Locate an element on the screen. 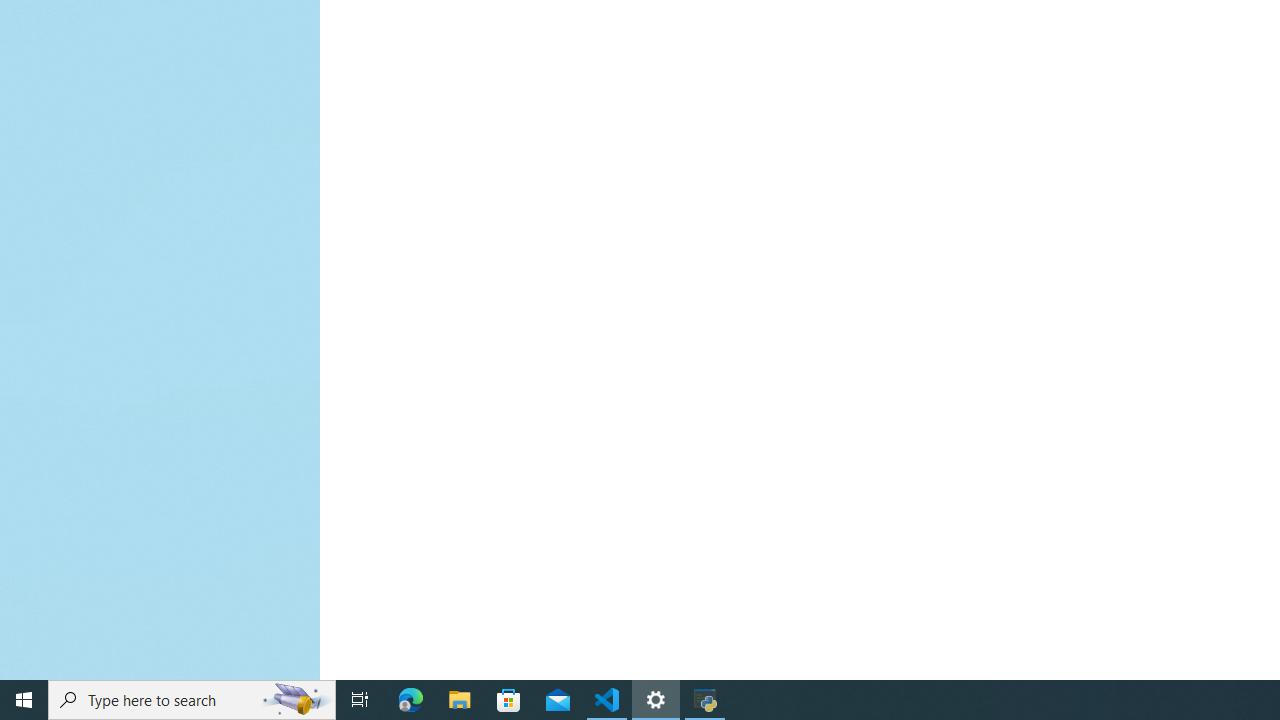  'Search highlights icon opens search home window' is located at coordinates (294, 698).